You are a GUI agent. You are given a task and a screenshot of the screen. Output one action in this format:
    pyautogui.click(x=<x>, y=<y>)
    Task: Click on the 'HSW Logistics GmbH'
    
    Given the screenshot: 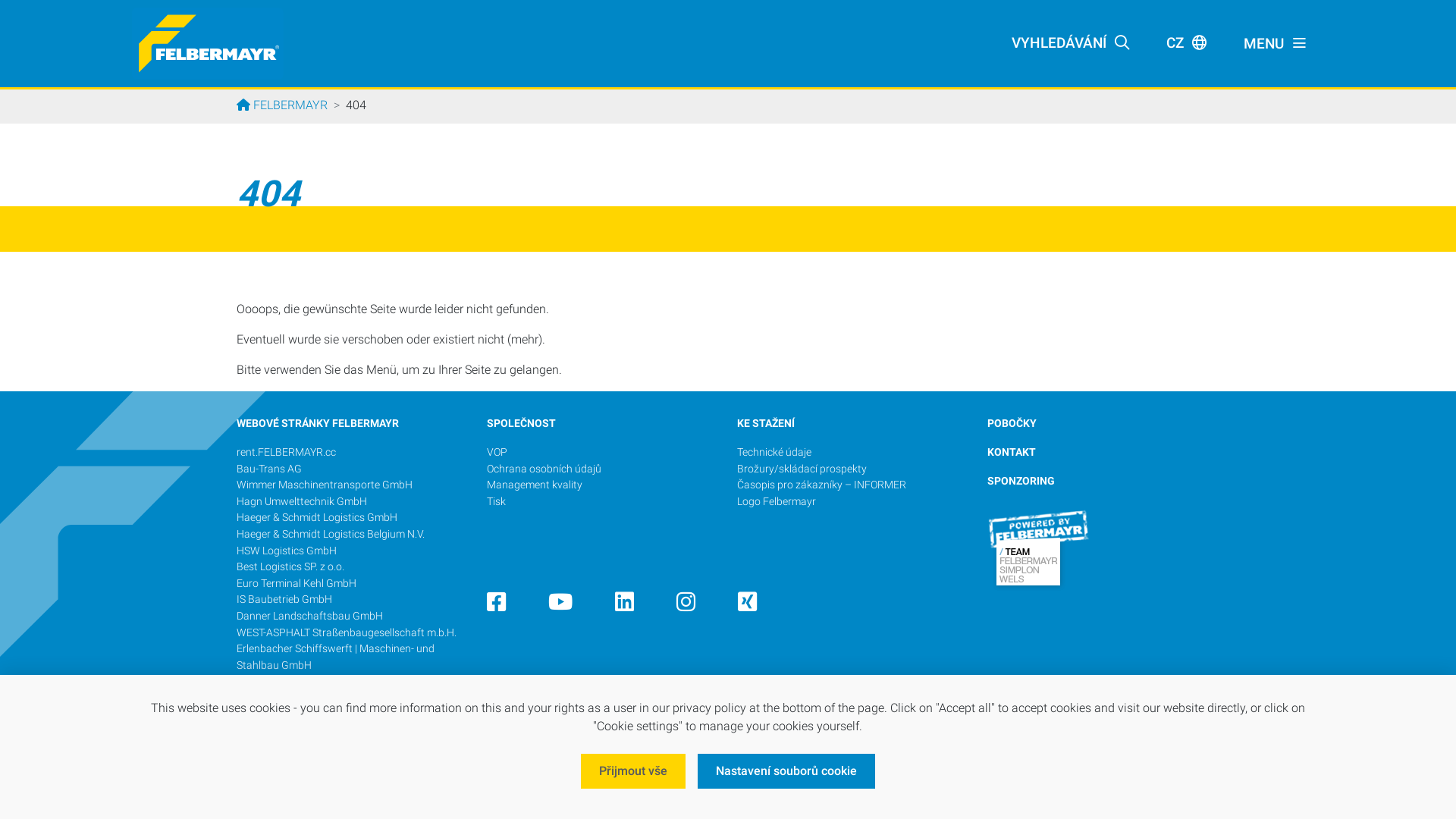 What is the action you would take?
    pyautogui.click(x=287, y=551)
    